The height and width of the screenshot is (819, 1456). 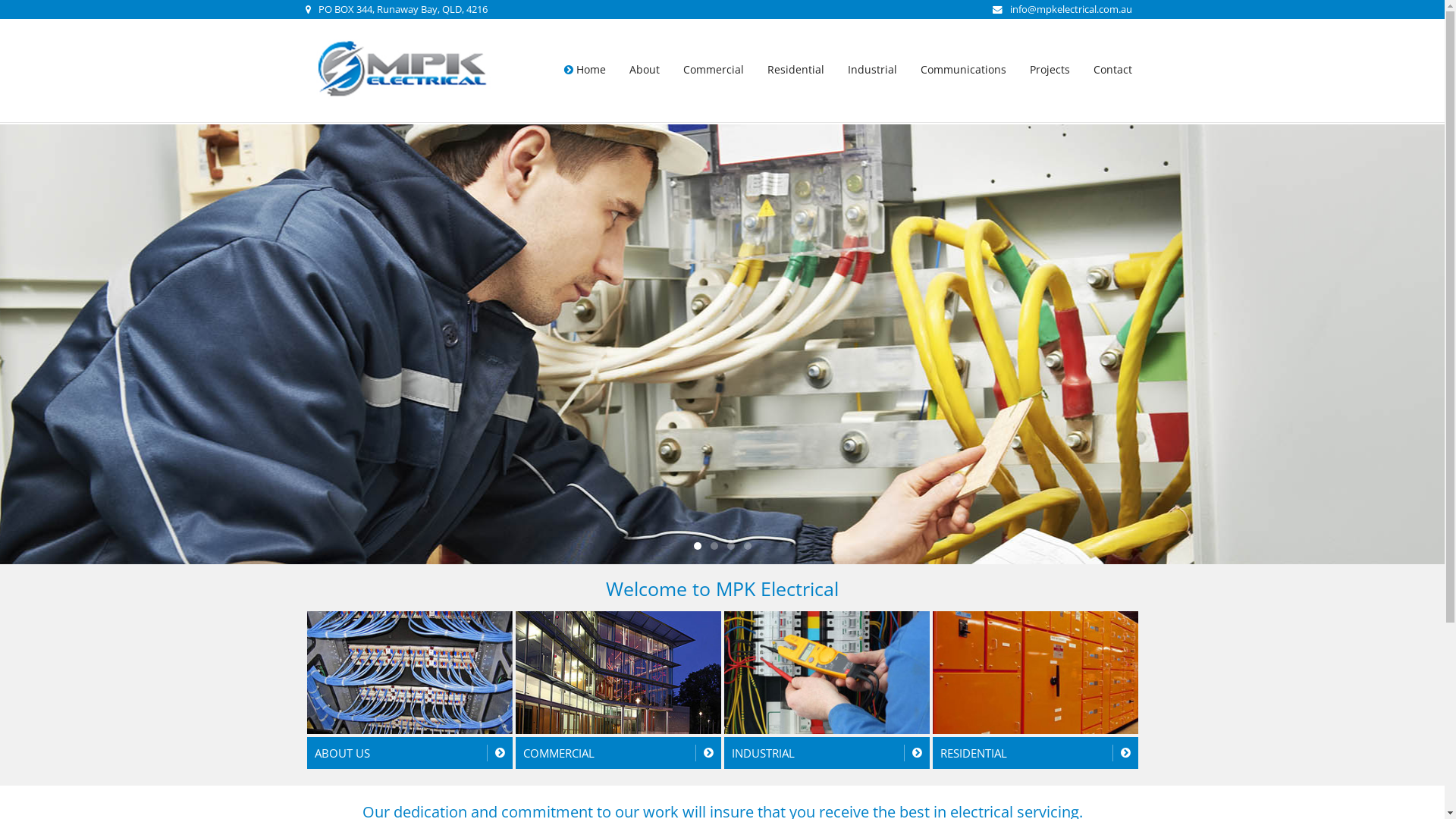 What do you see at coordinates (584, 70) in the screenshot?
I see `'Home'` at bounding box center [584, 70].